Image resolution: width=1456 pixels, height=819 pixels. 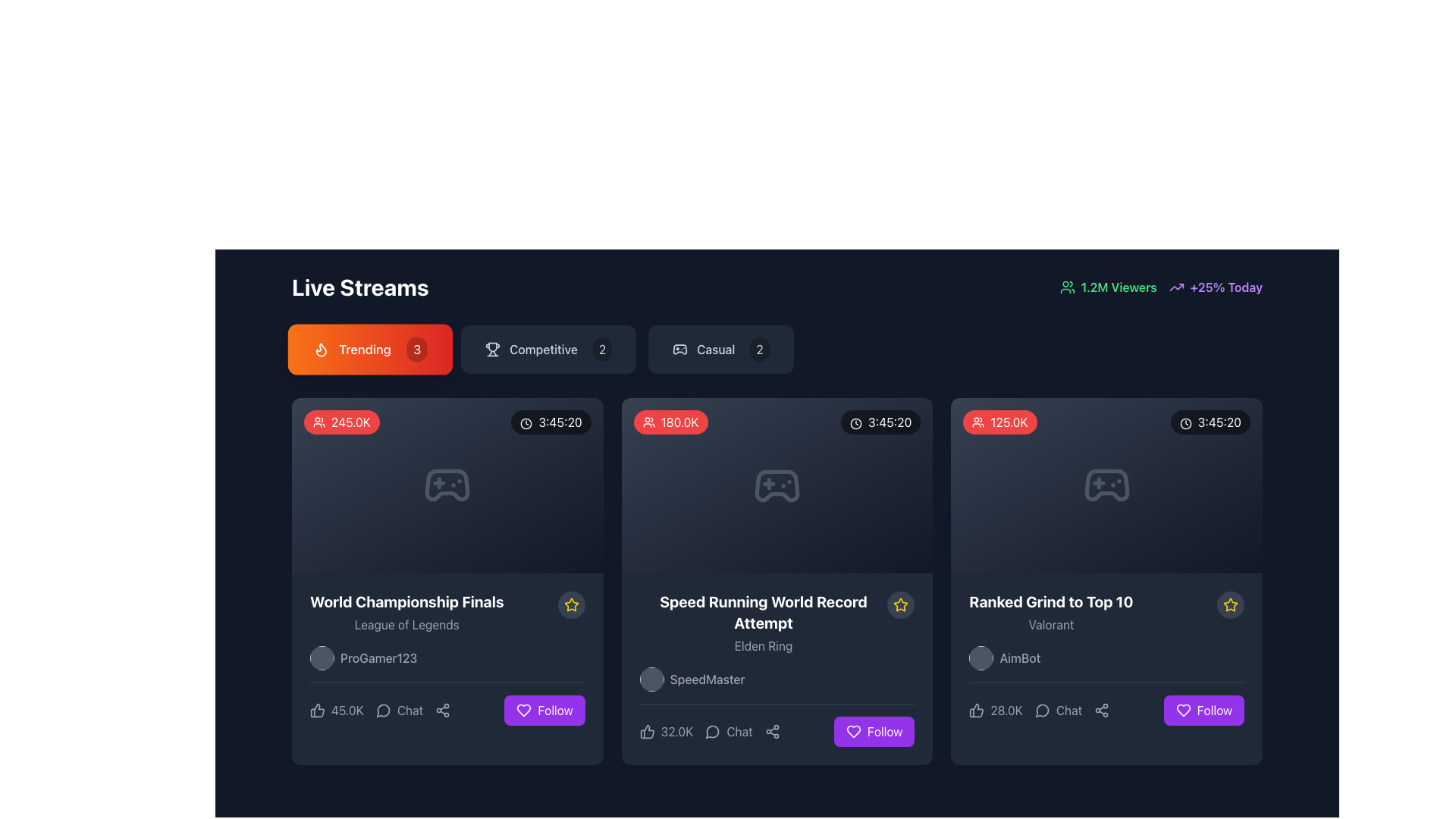 I want to click on the static text label that identifies the game related to the stream, located beneath 'Speed Running World Record Attempt' and above 'SpeedMaster' in the central vertical panel of the 'Live Streams' section, so click(x=764, y=646).